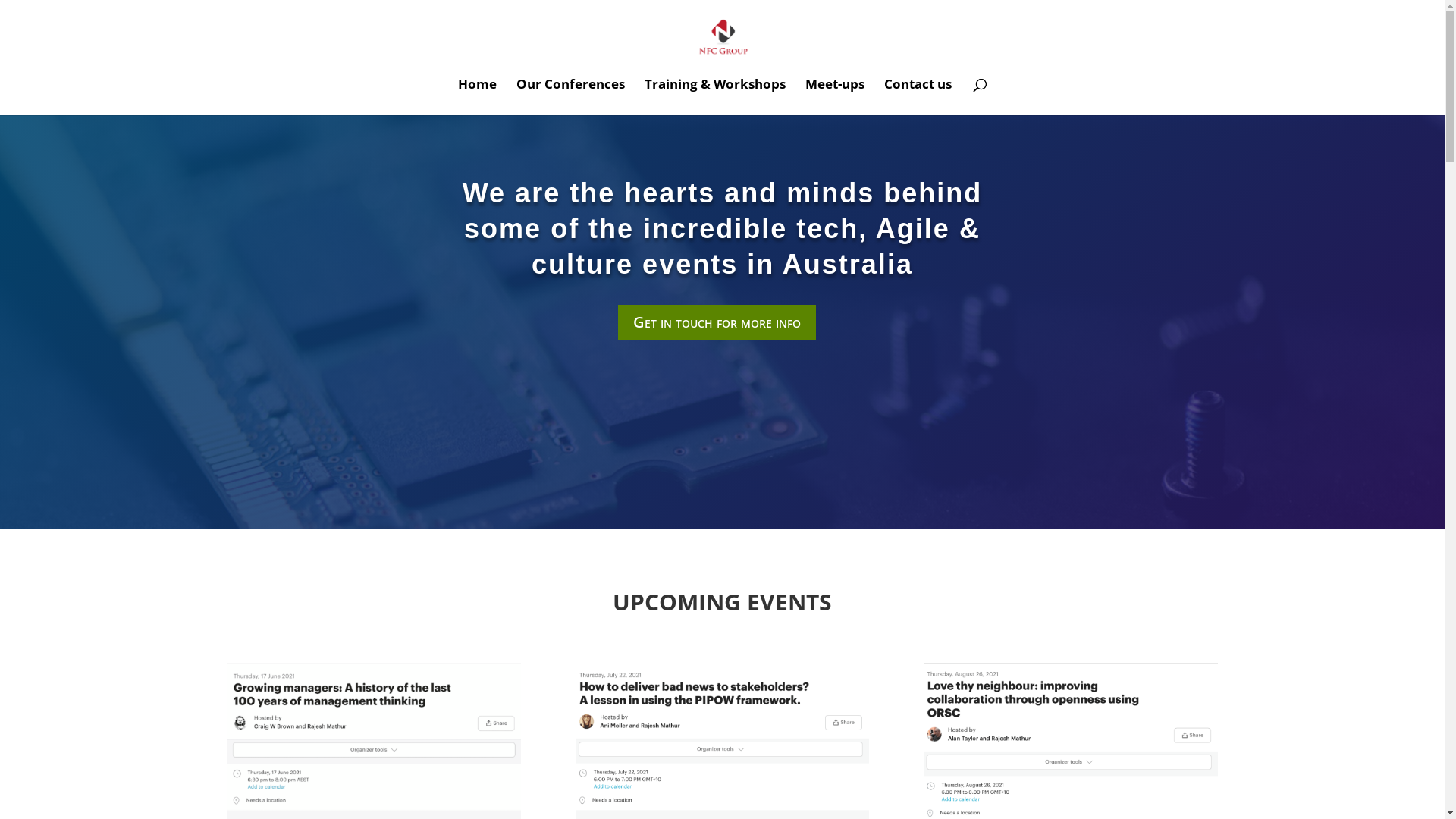  I want to click on 'Contact us', so click(917, 96).